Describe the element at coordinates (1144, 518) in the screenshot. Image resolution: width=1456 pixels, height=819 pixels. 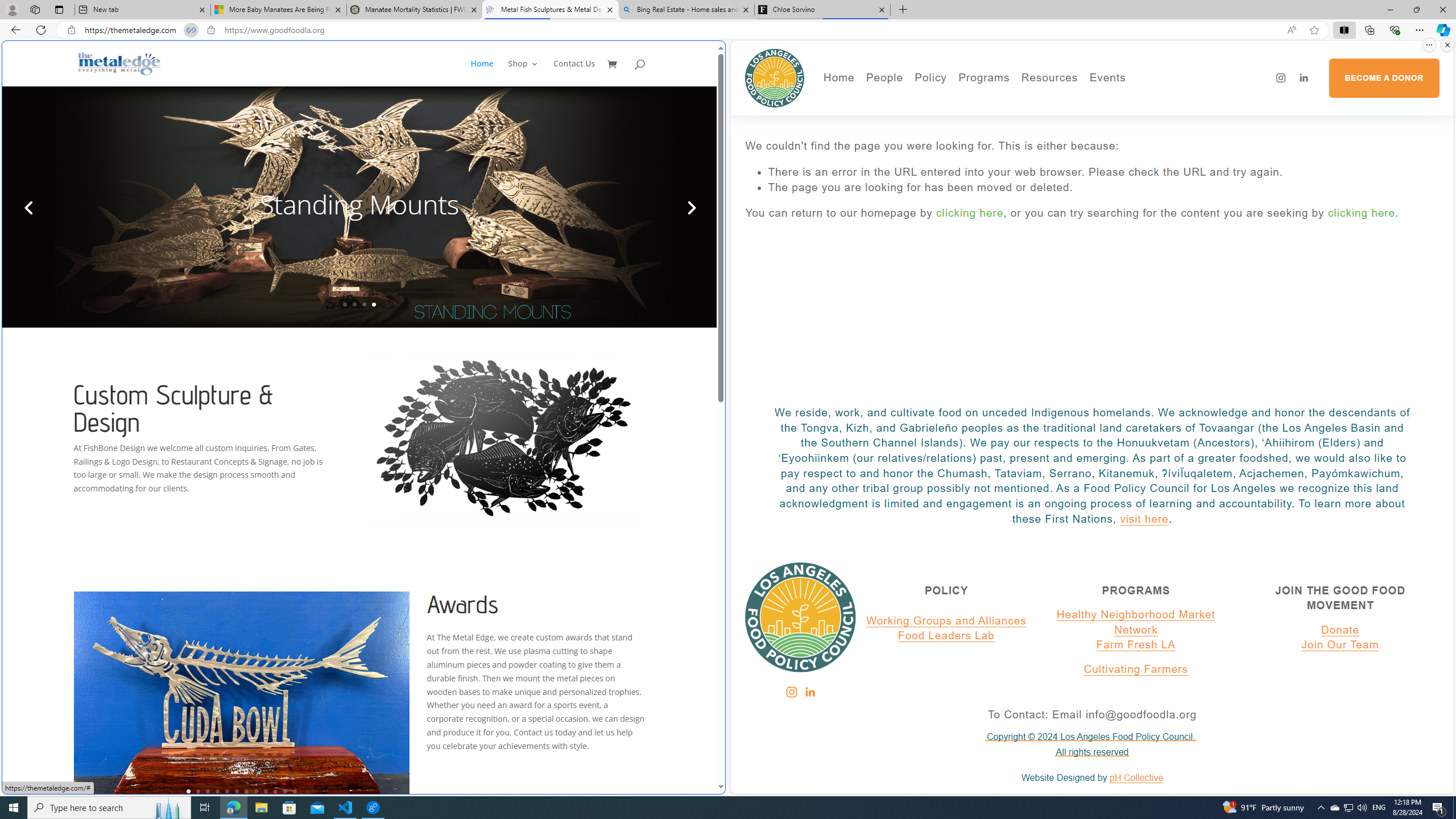
I see `'visit here'` at that location.